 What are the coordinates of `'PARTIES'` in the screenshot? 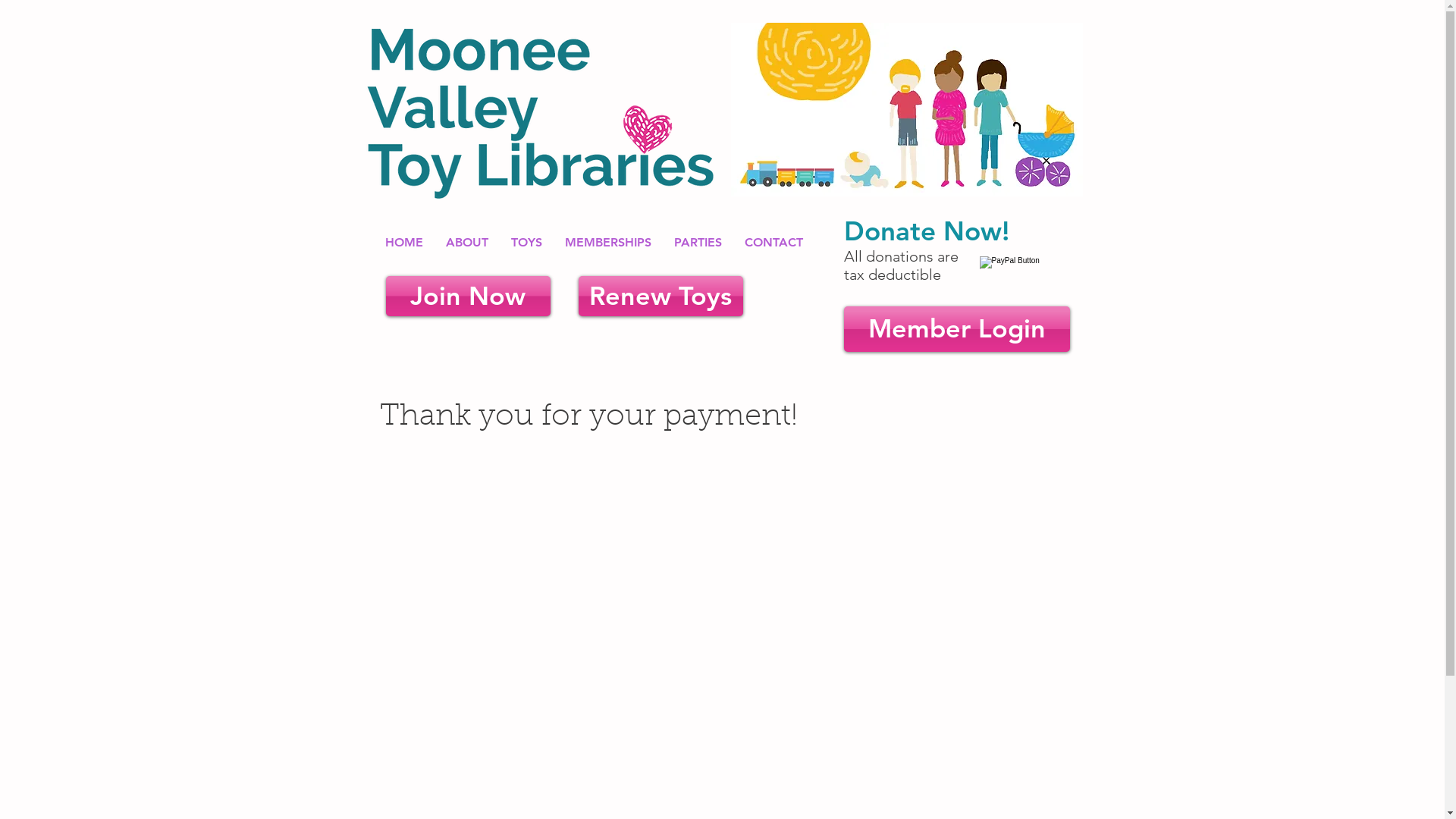 It's located at (697, 241).